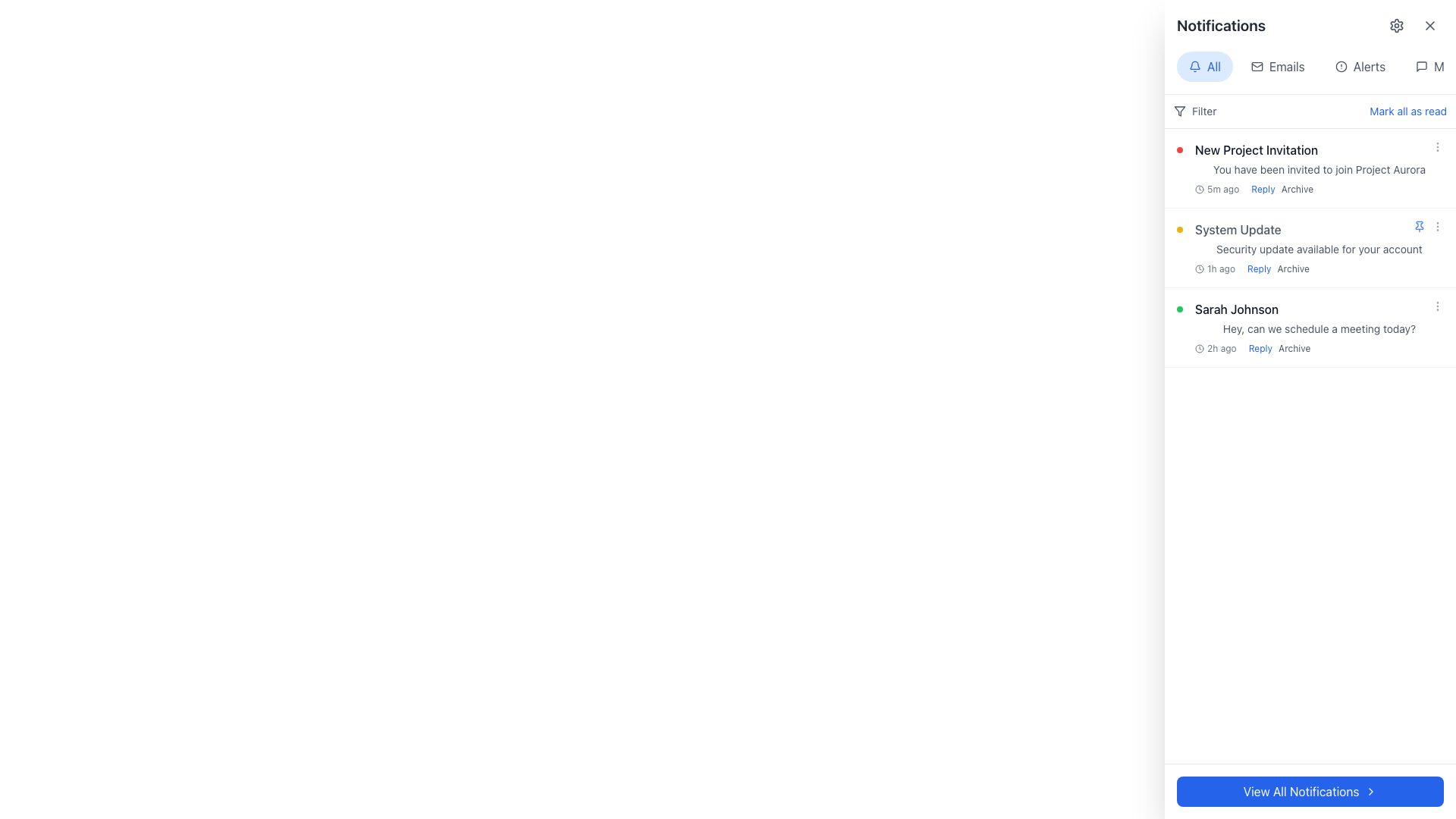 This screenshot has height=819, width=1456. What do you see at coordinates (1360, 66) in the screenshot?
I see `the 'Alerts' button, which is the third item in a horizontal row of tabs, to filter notifications to alerts` at bounding box center [1360, 66].